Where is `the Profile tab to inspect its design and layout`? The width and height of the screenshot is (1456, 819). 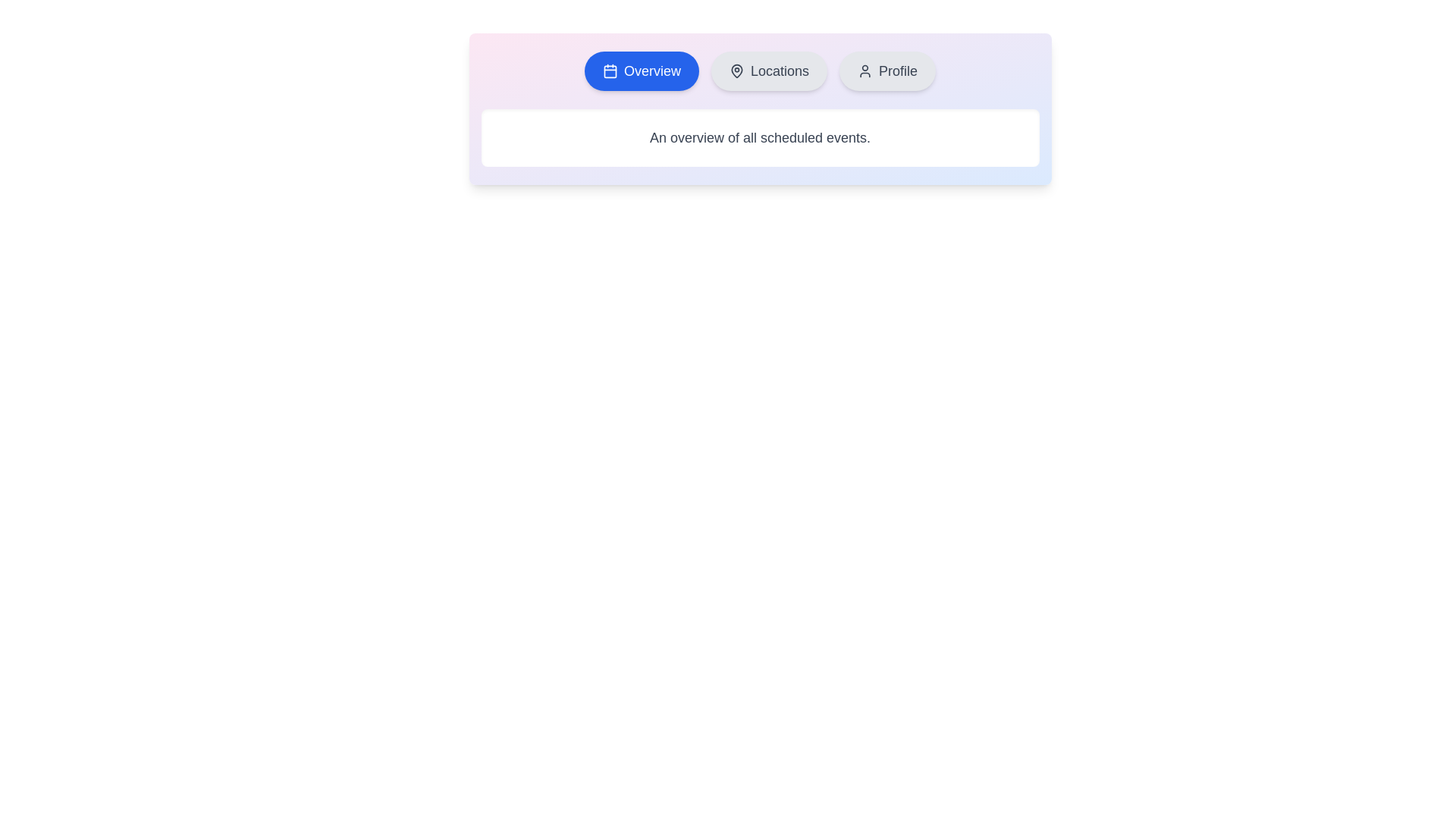
the Profile tab to inspect its design and layout is located at coordinates (887, 71).